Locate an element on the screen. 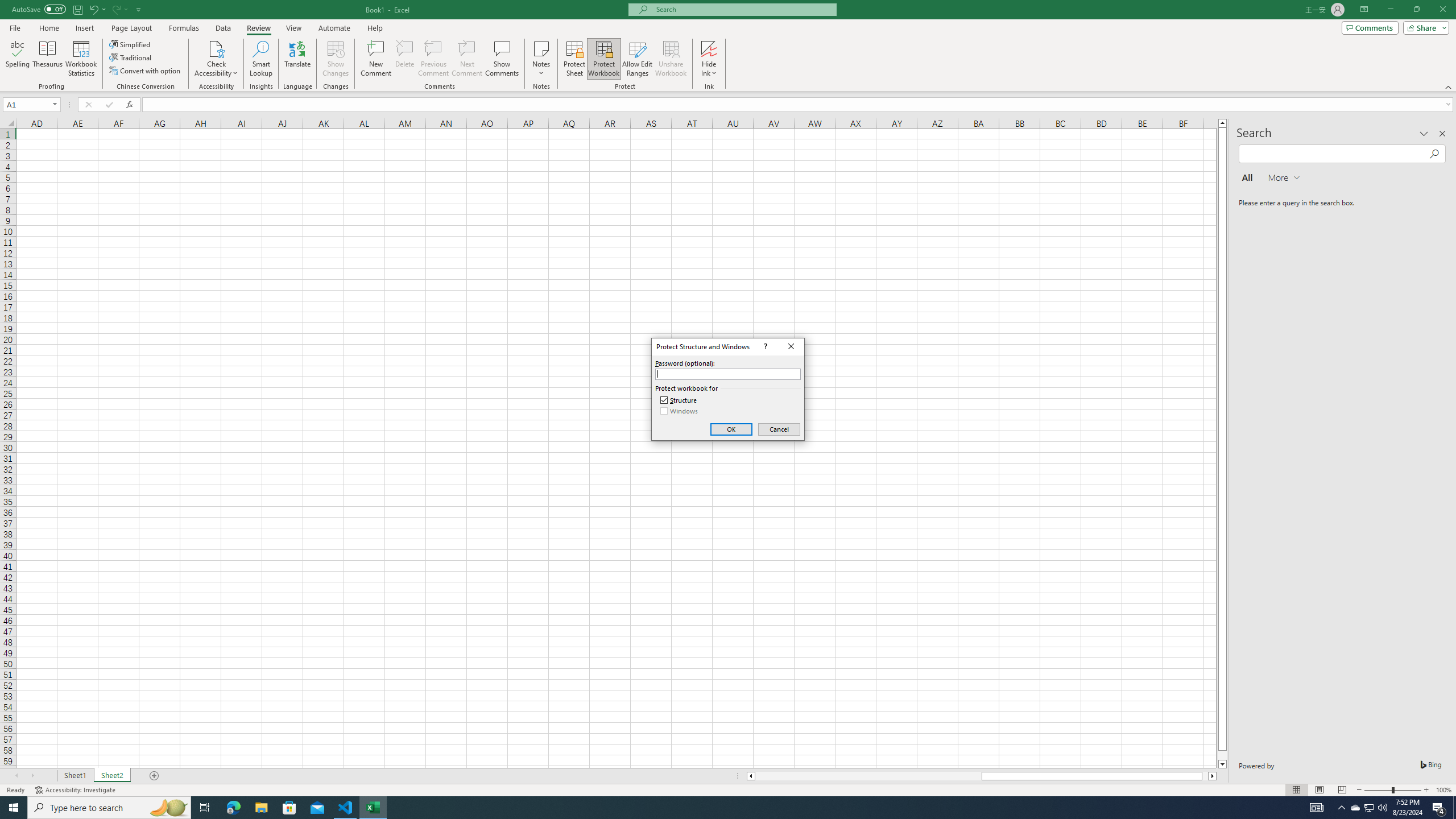  'Check Accessibility' is located at coordinates (216, 59).